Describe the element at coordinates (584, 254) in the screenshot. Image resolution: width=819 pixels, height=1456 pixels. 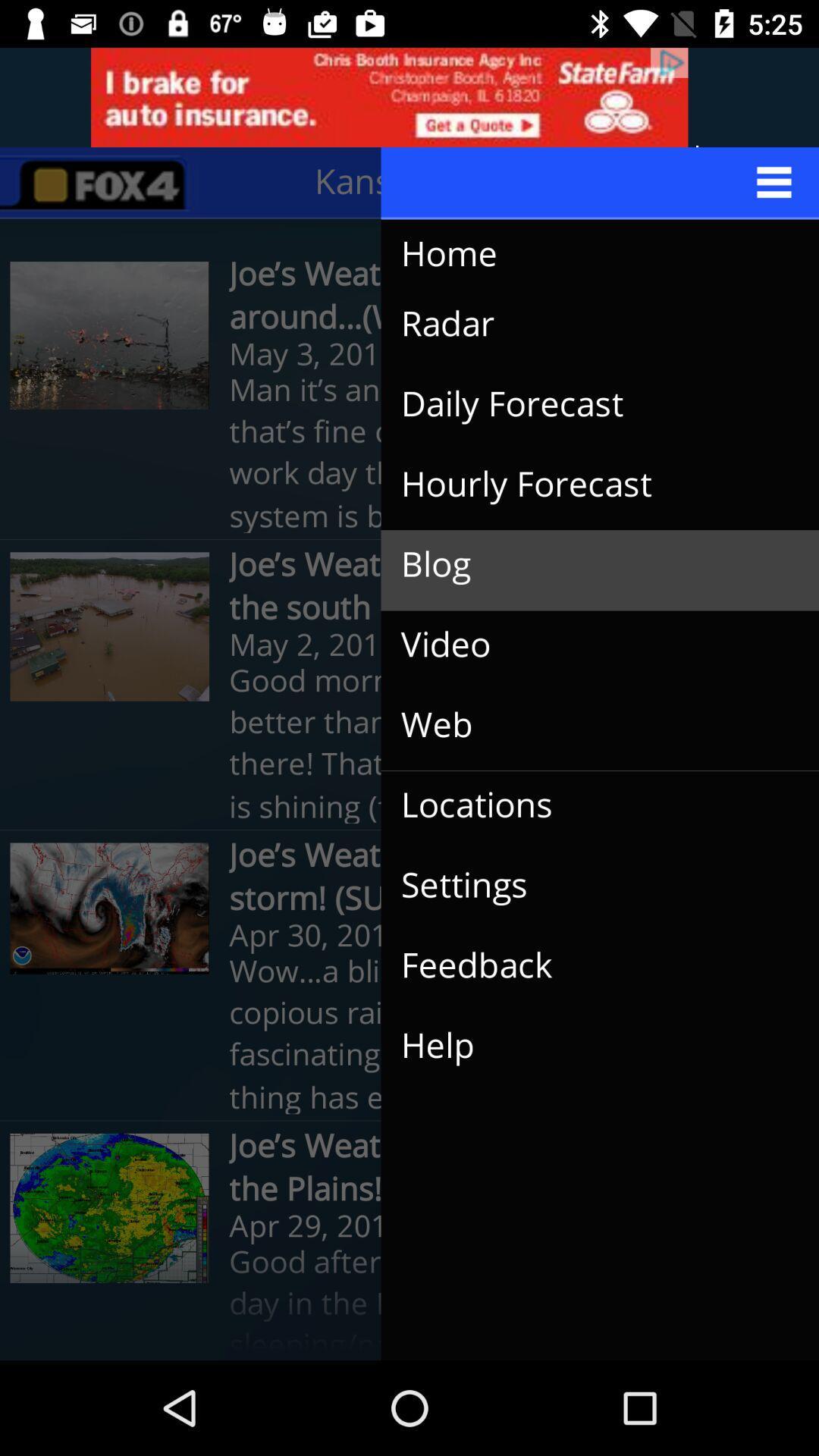
I see `the icon above radar icon` at that location.